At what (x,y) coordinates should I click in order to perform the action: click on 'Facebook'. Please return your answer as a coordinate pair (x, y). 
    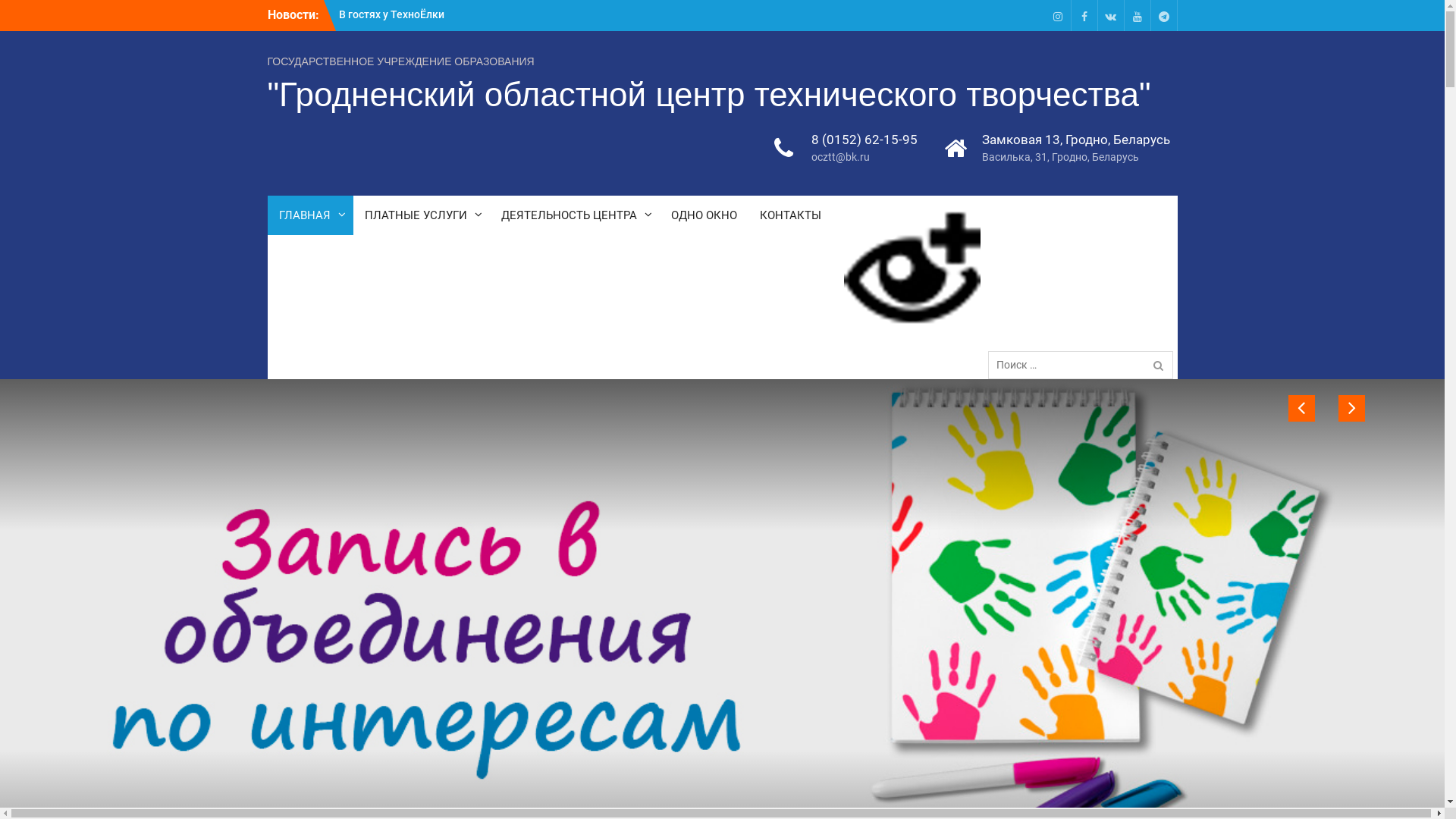
    Looking at the image, I should click on (1084, 15).